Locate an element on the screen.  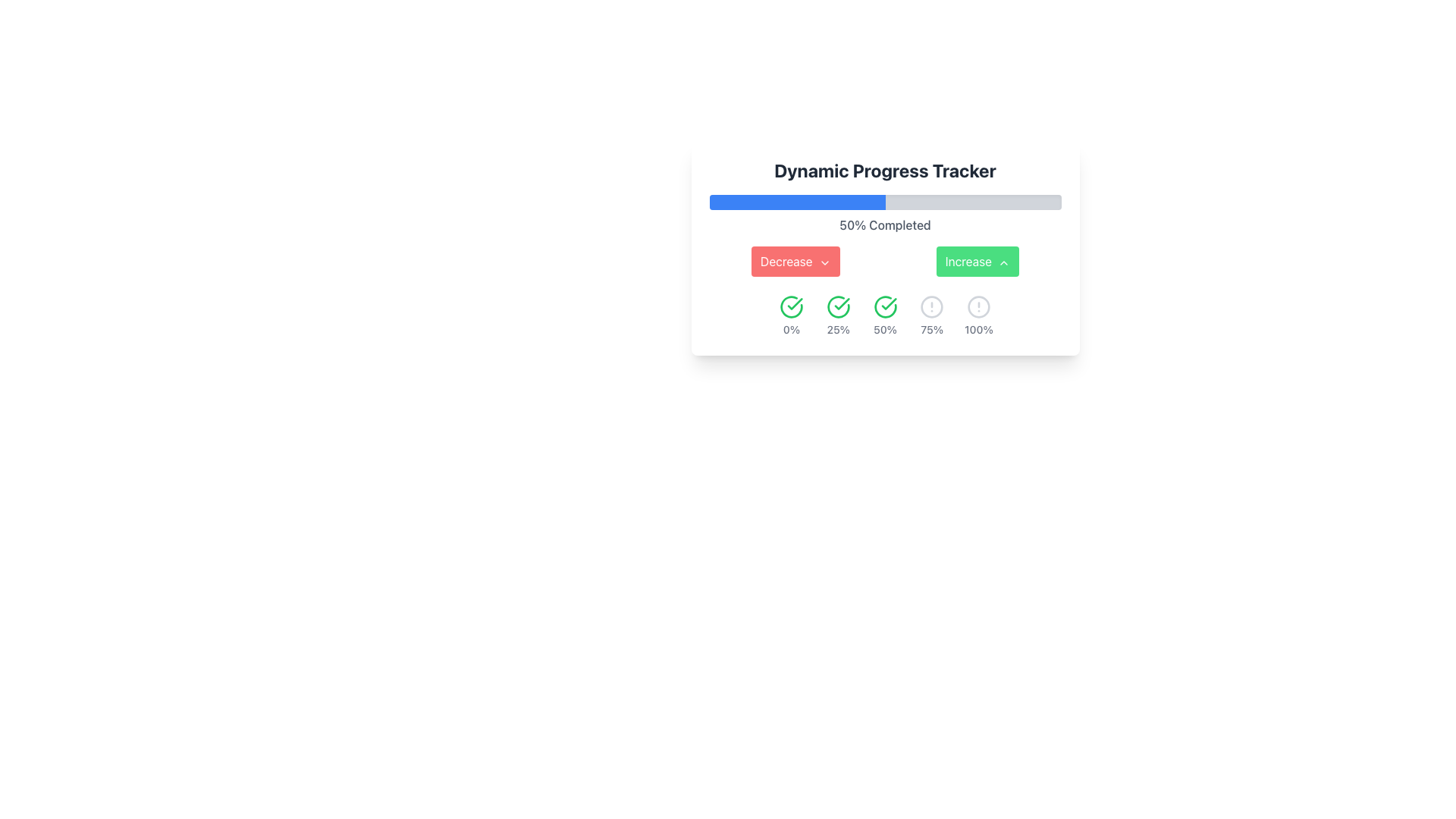
the static text label that denotes the 100% mark in the progress tracking system, located beneath a circular alert icon is located at coordinates (979, 329).